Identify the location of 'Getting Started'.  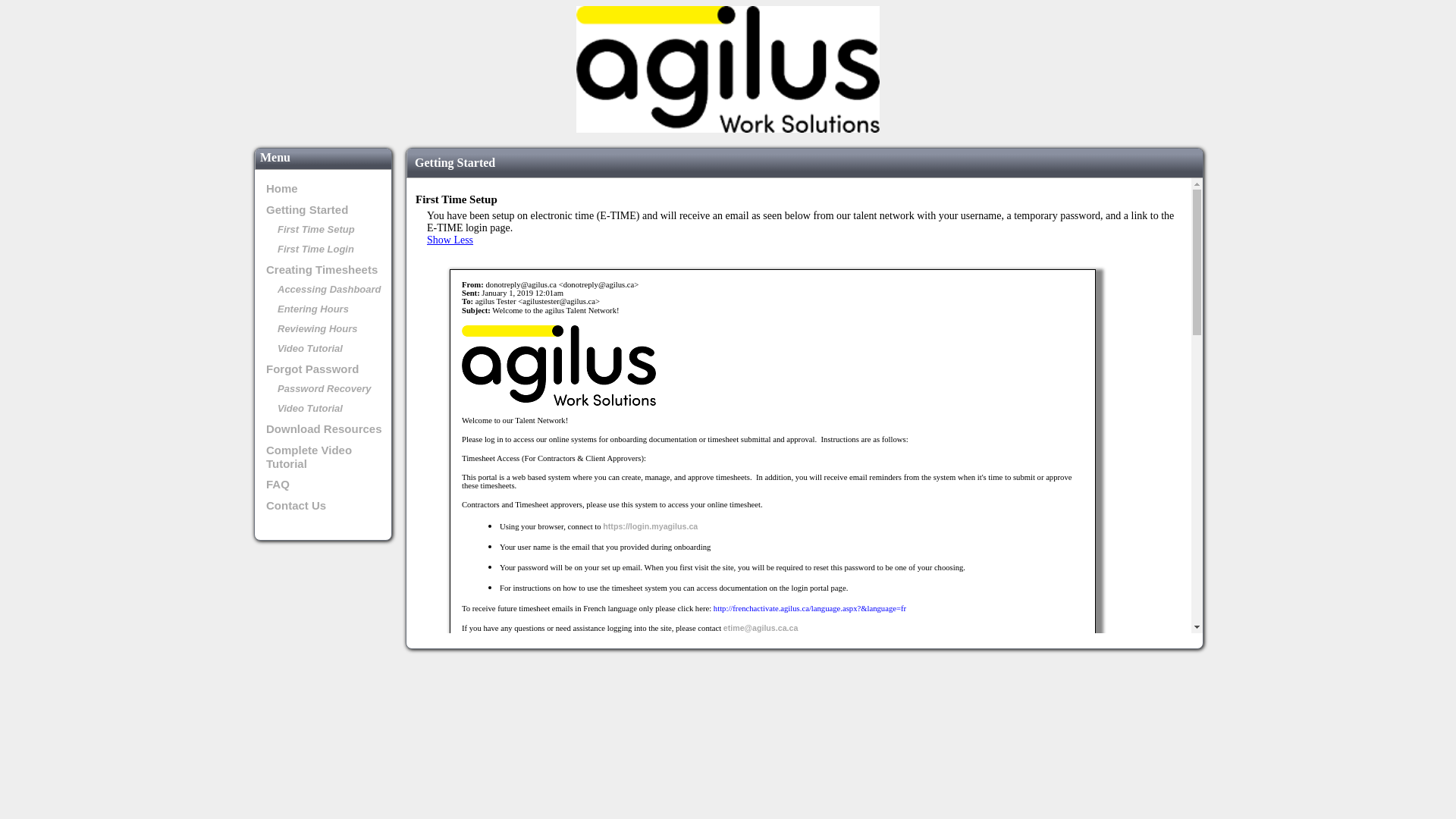
(306, 209).